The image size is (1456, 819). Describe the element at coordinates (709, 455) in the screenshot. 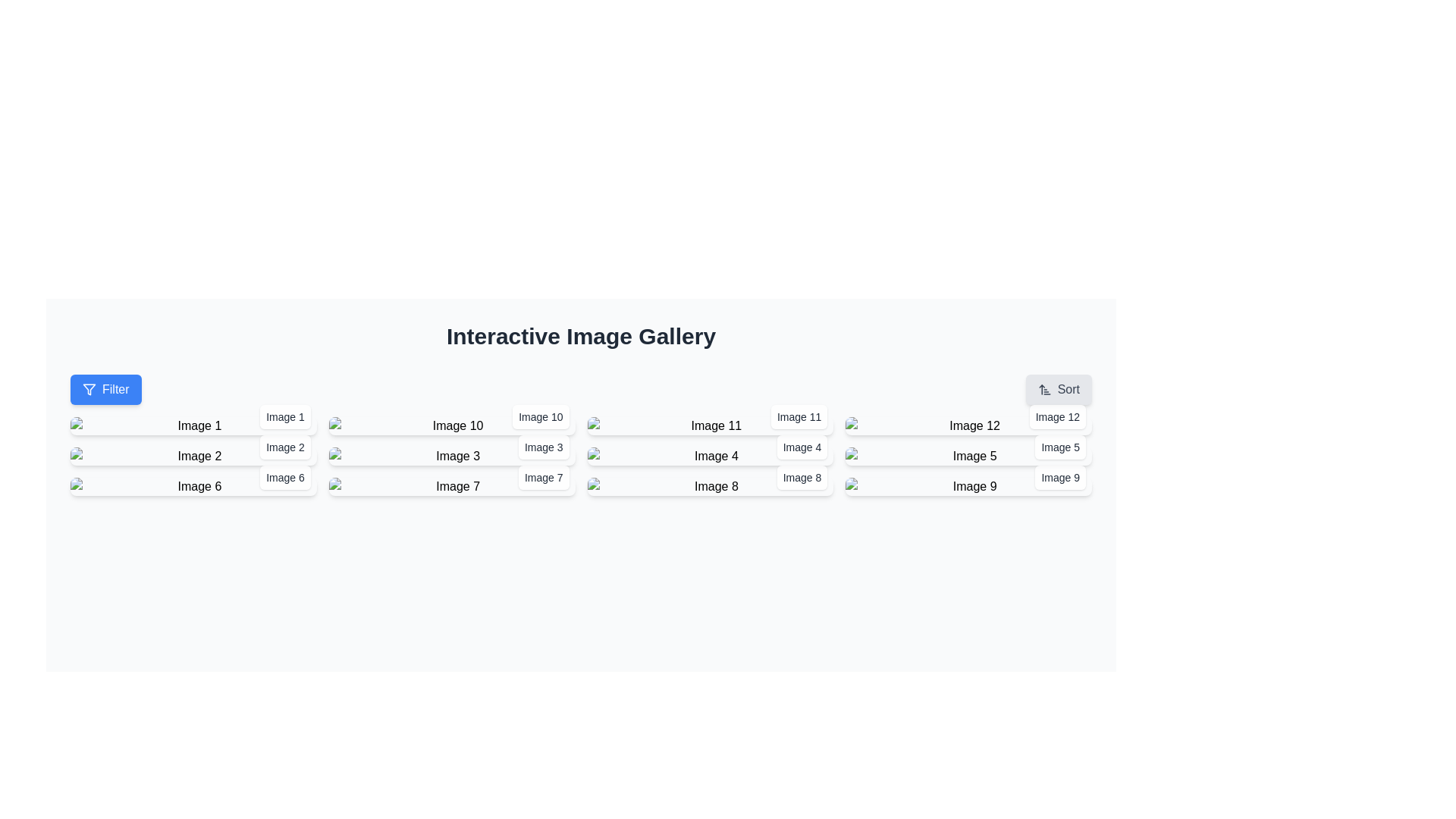

I see `the image labeled 'Image 4', which is the third image in the second row of a four-column grid layout, positioned below 'Image 11'` at that location.